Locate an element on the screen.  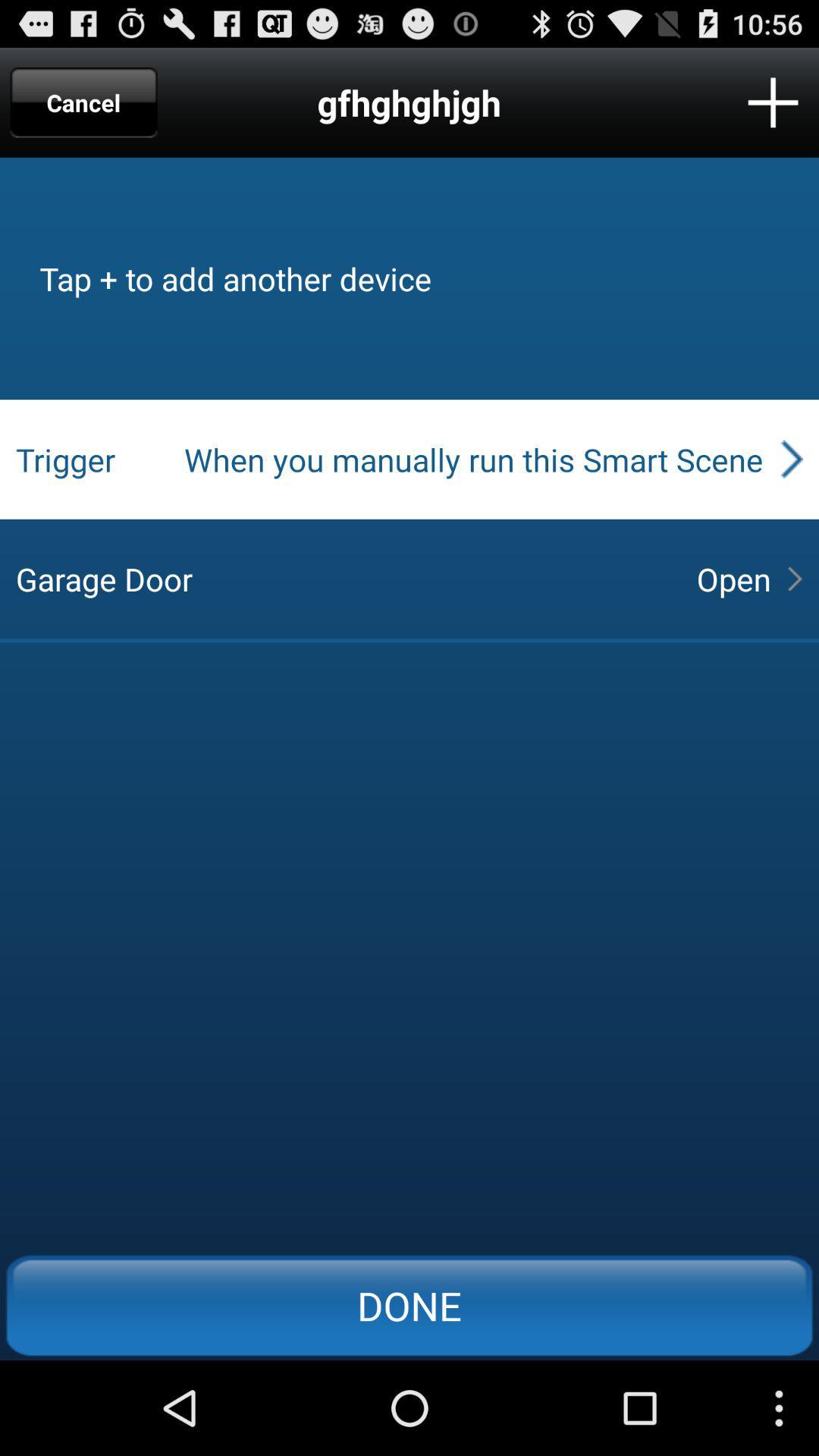
device is located at coordinates (773, 102).